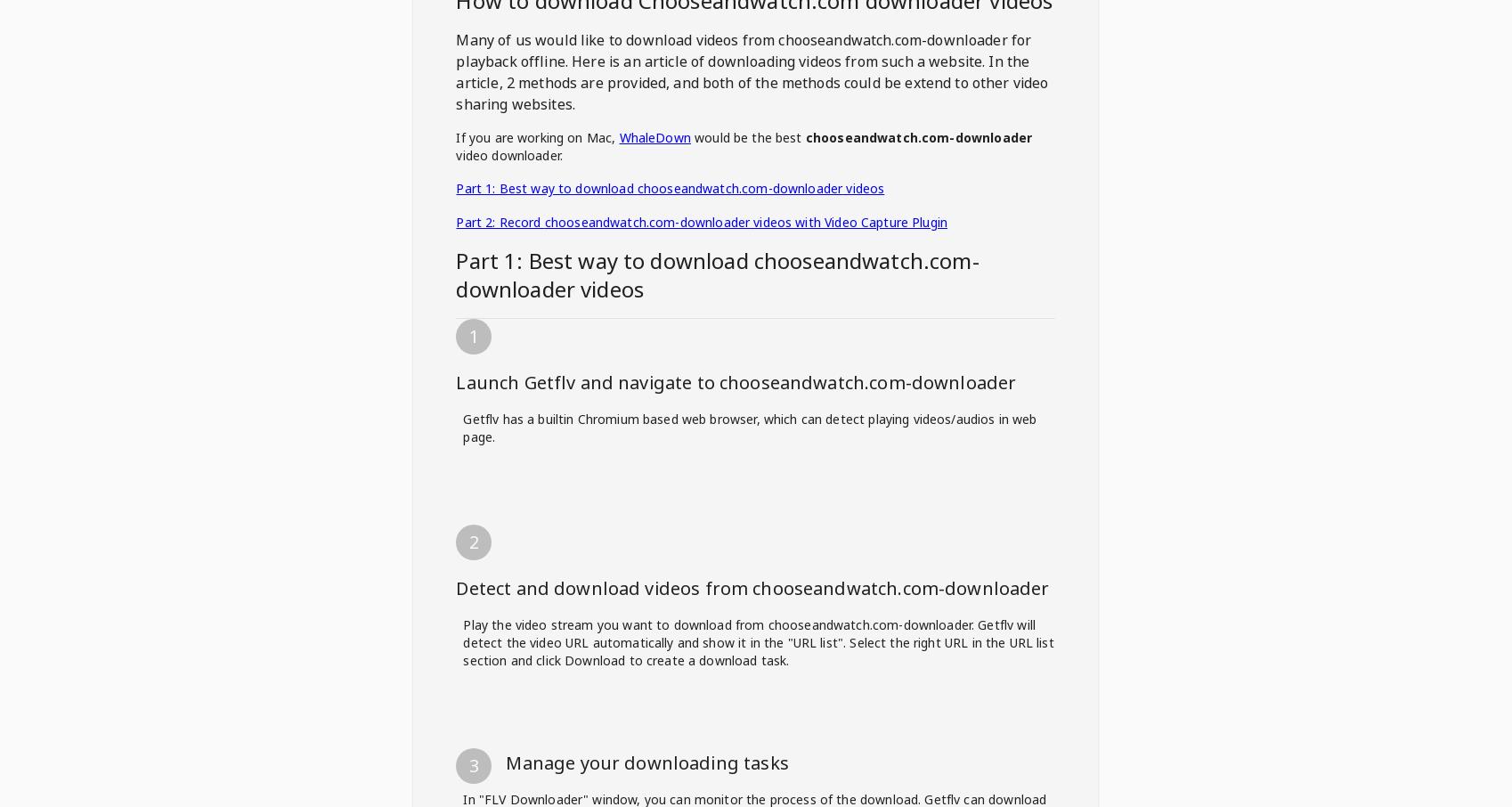 The height and width of the screenshot is (807, 1512). I want to click on 'Many of us would like to download videos from', so click(616, 39).